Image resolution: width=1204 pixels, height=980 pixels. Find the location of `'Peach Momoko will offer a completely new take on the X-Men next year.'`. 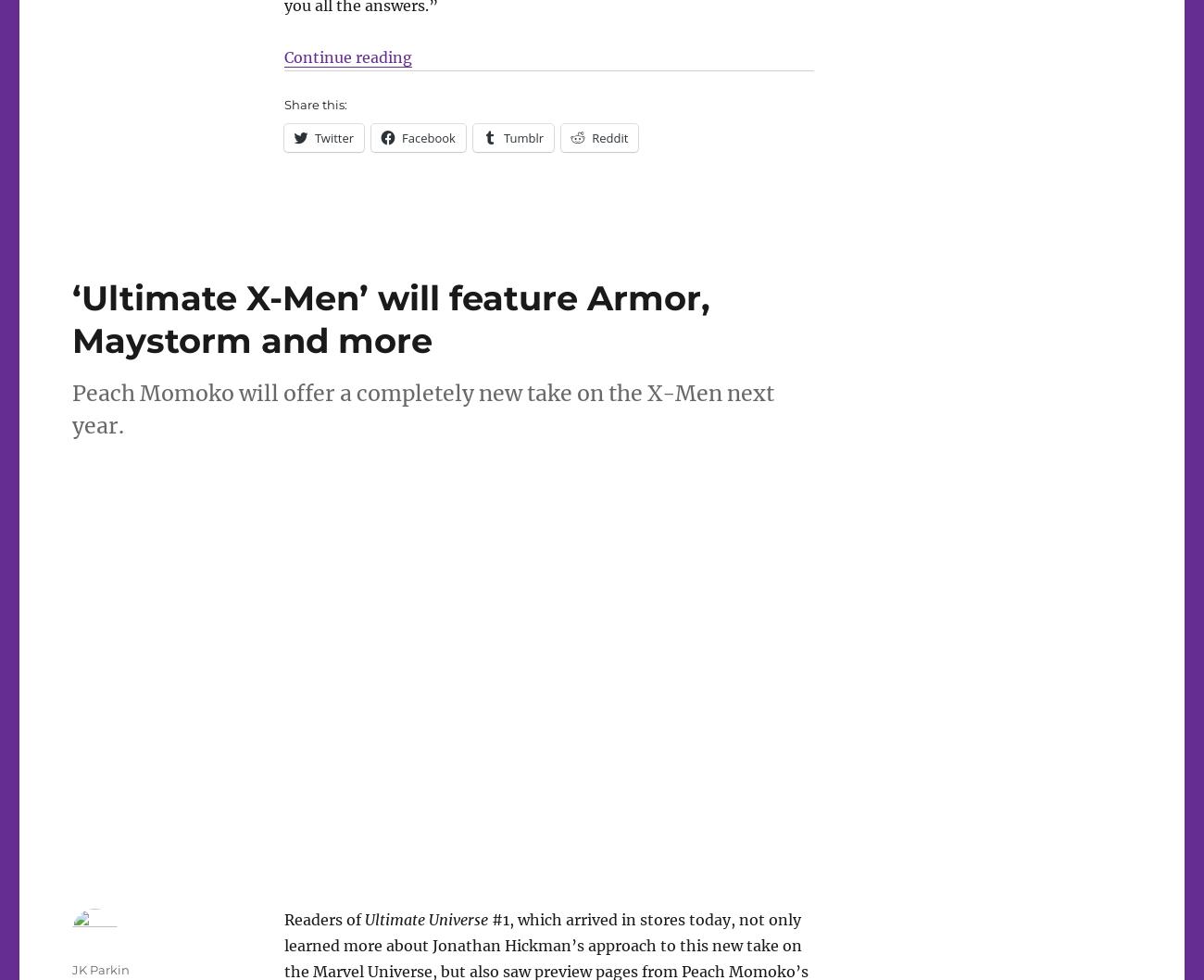

'Peach Momoko will offer a completely new take on the X-Men next year.' is located at coordinates (421, 408).